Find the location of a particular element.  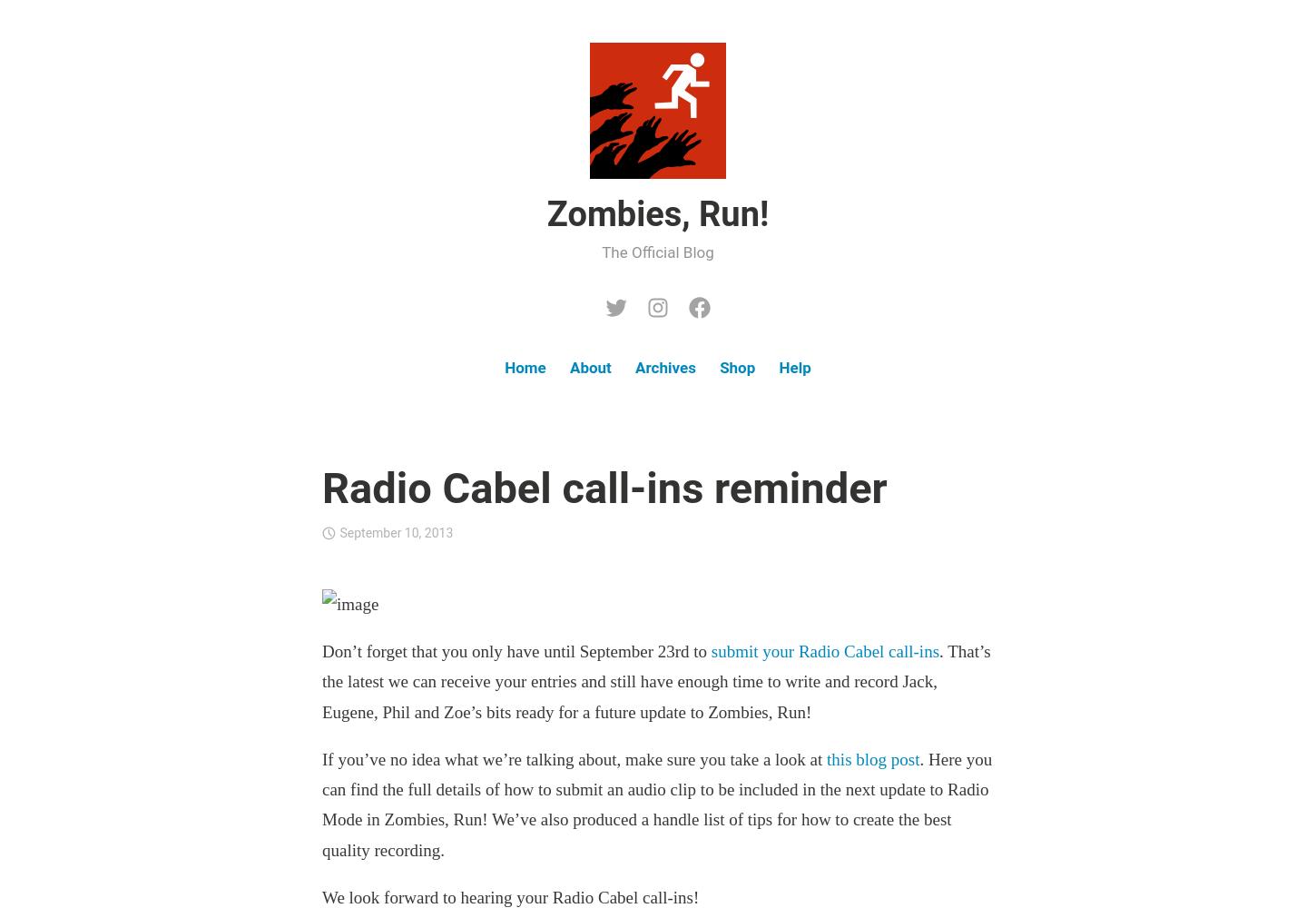

'If you’ve no idea what we’re talking about, make sure you take a look at' is located at coordinates (321, 757).